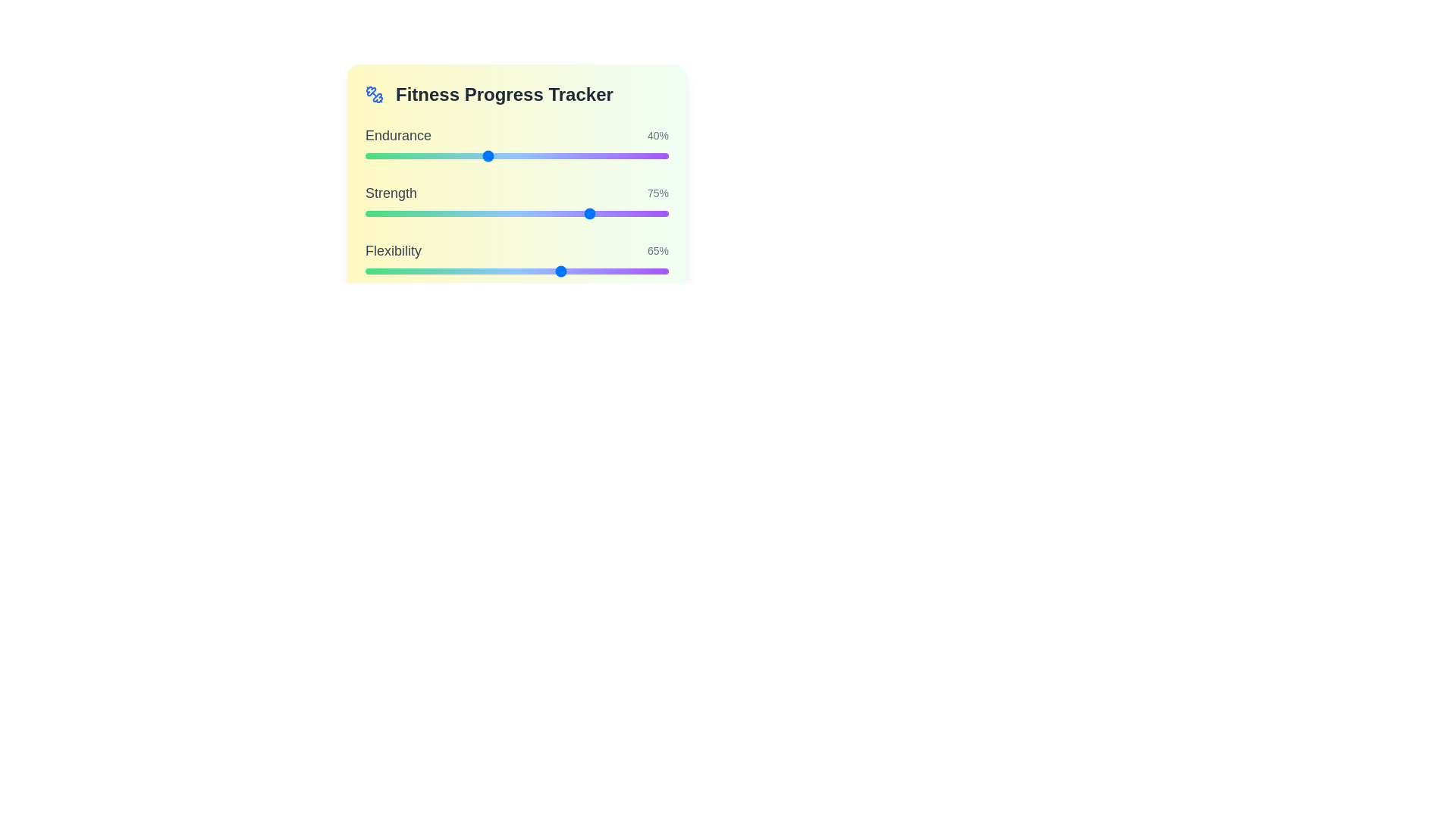  I want to click on the '75%' text label which displays a percentage value in a small, gray font, located to the right of the 'Strength' label and aligned horizontally with it, so click(658, 192).